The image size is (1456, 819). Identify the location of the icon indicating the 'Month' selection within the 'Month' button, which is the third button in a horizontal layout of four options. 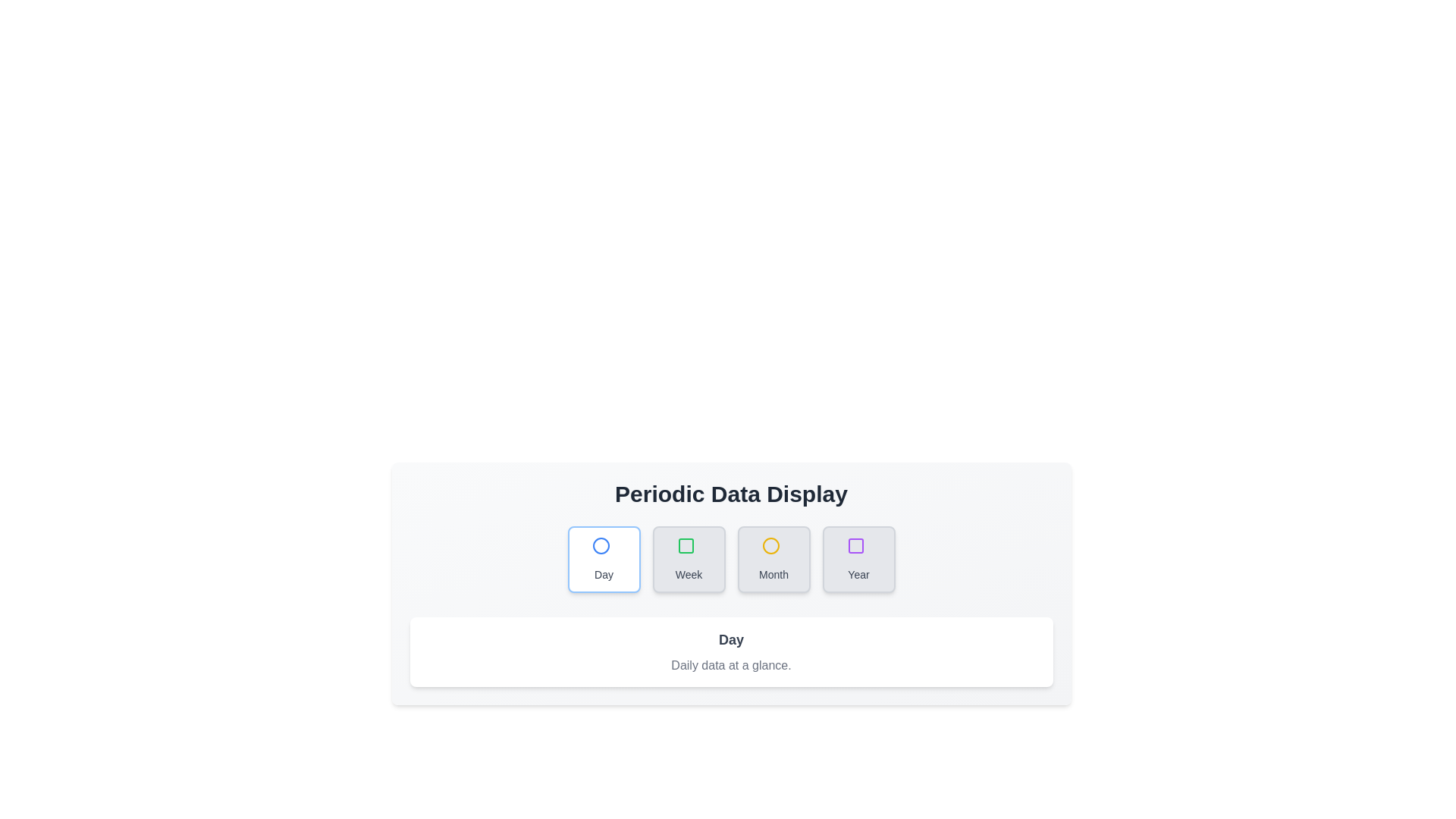
(773, 549).